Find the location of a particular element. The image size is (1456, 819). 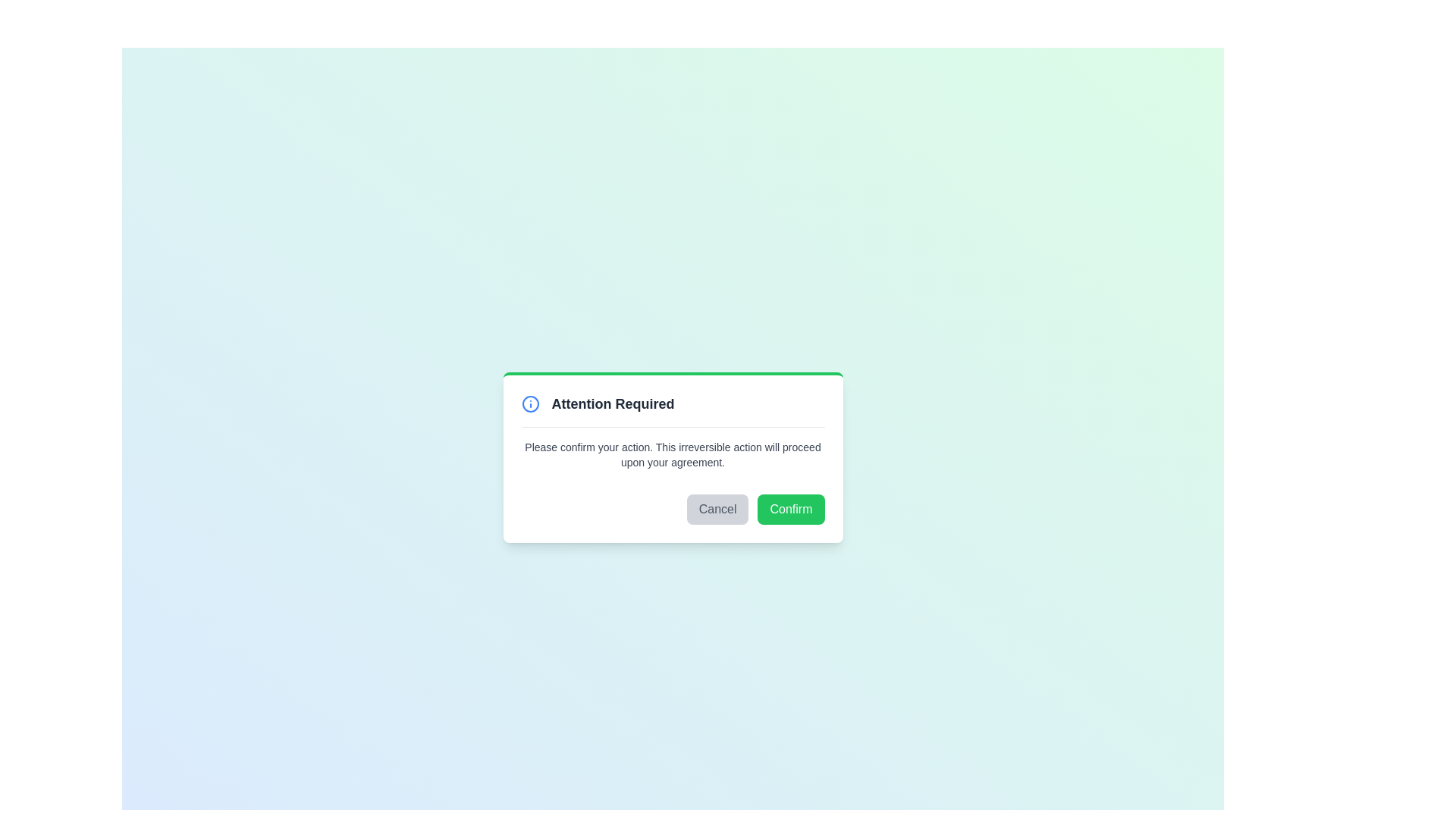

the informational text block located beneath the 'Attention Required' title in the confirmation dialog is located at coordinates (672, 453).